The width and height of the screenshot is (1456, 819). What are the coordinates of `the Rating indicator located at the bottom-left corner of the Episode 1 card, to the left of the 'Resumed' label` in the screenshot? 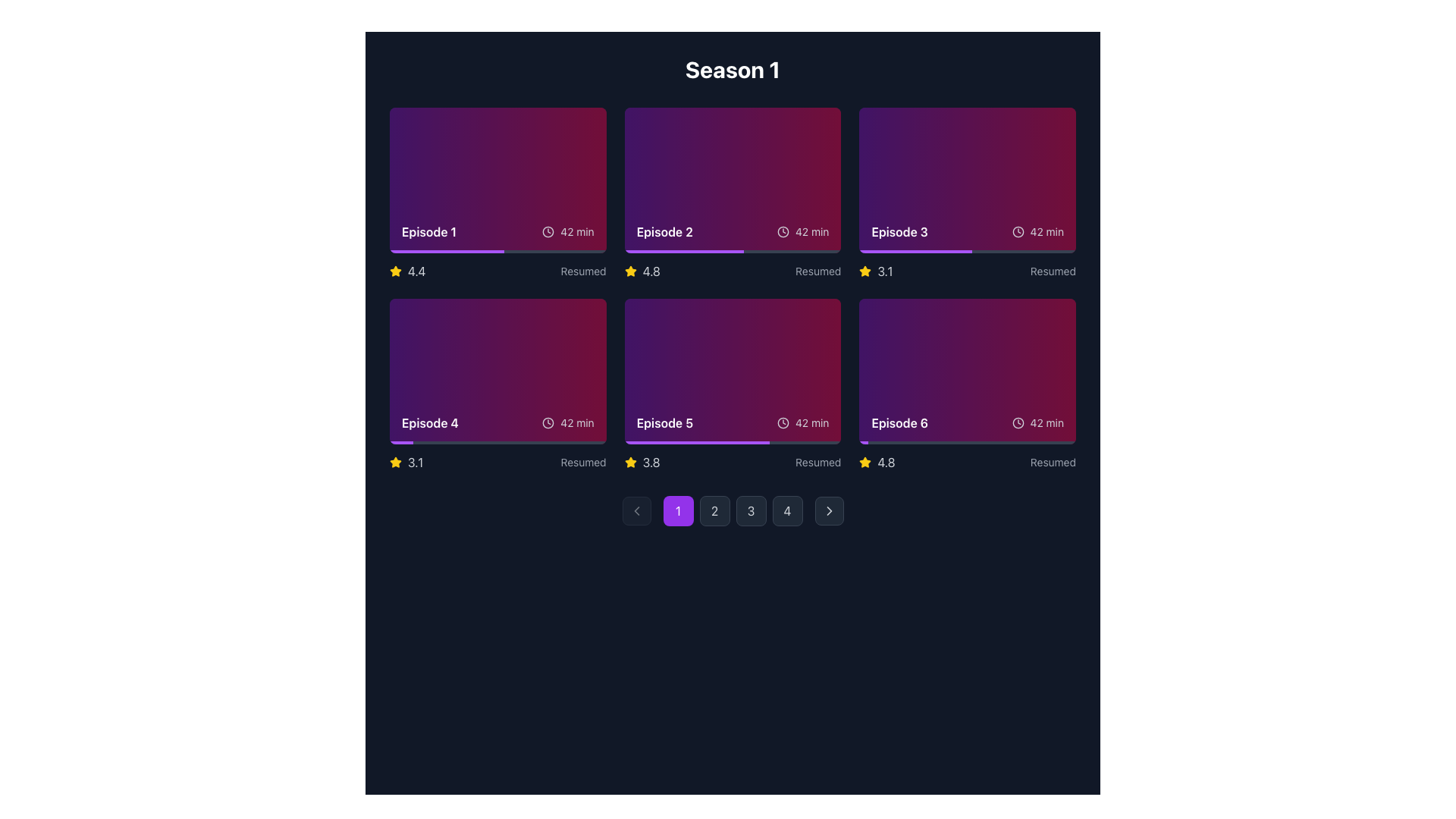 It's located at (407, 271).